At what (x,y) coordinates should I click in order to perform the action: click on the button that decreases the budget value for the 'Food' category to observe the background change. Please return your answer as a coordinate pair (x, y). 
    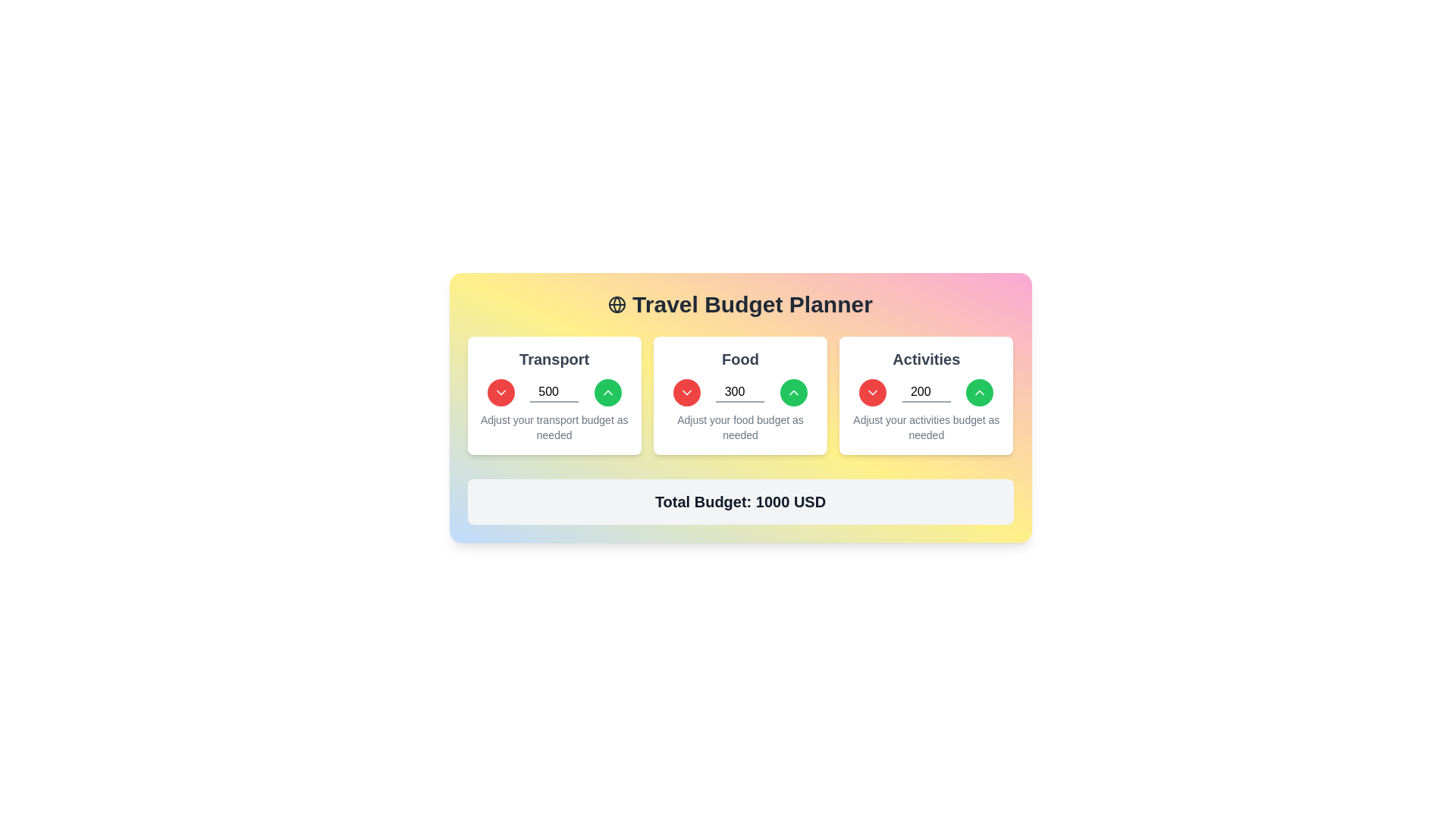
    Looking at the image, I should click on (686, 391).